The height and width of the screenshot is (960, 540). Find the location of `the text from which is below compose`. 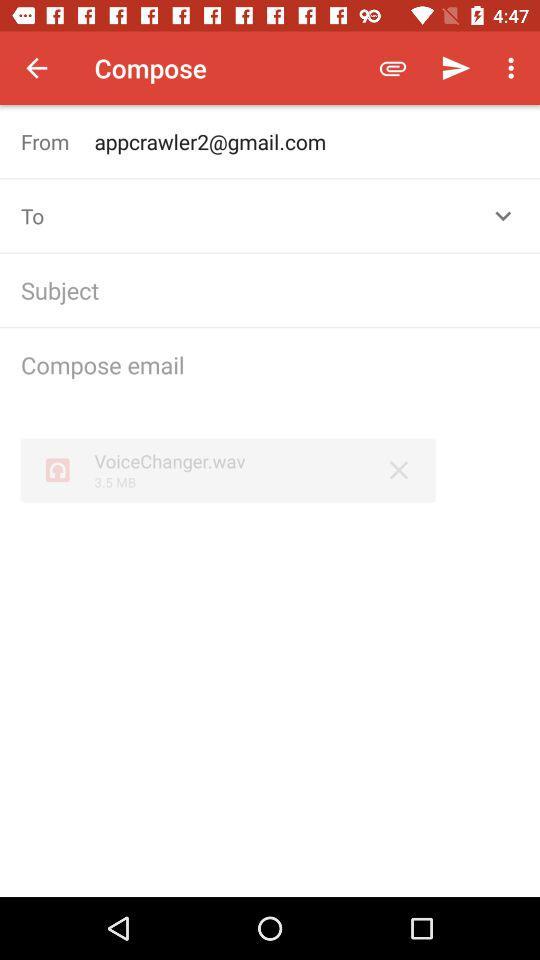

the text from which is below compose is located at coordinates (57, 140).